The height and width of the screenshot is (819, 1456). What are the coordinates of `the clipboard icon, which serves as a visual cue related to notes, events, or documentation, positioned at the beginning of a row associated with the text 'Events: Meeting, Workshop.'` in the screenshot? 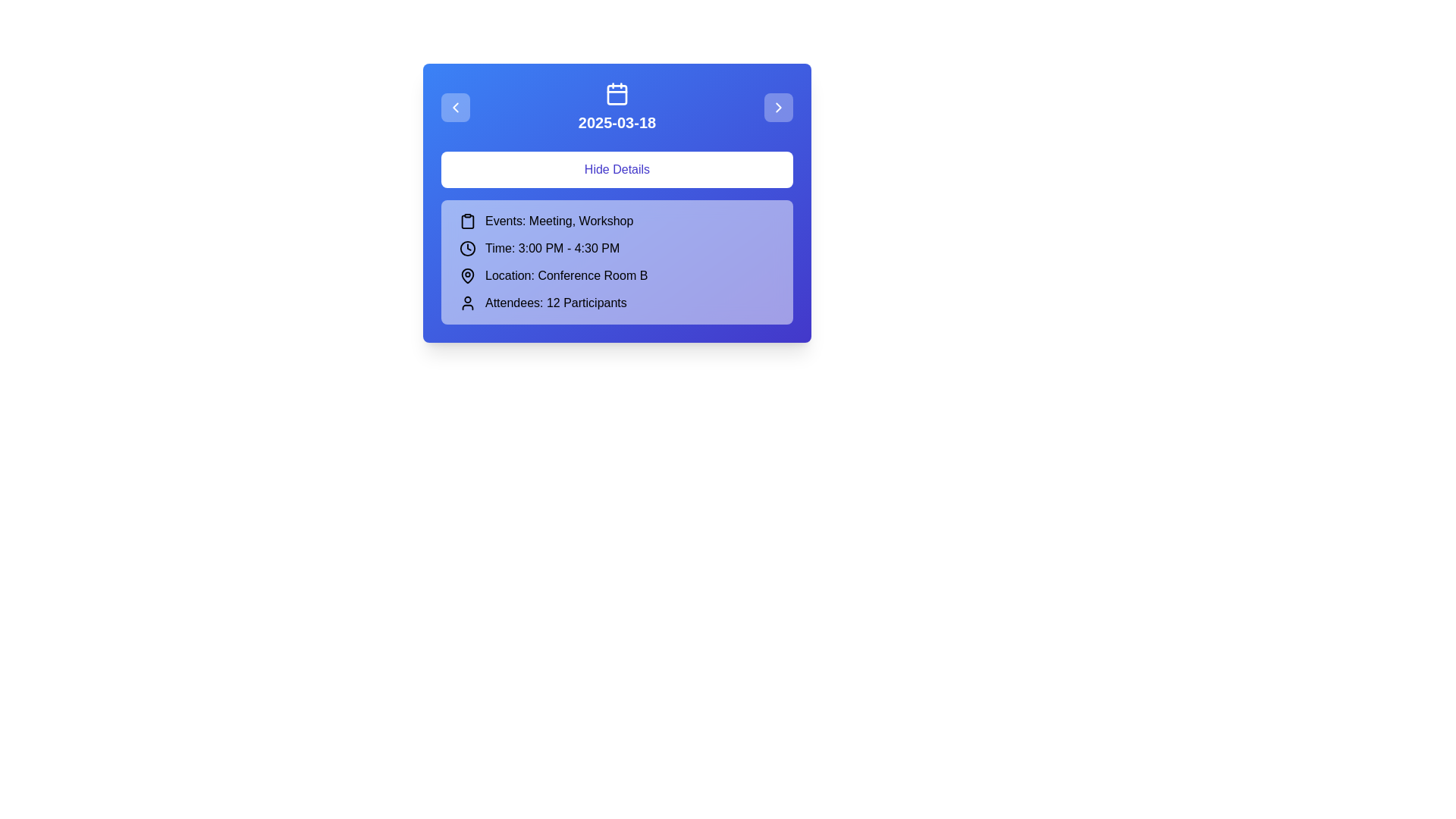 It's located at (467, 221).